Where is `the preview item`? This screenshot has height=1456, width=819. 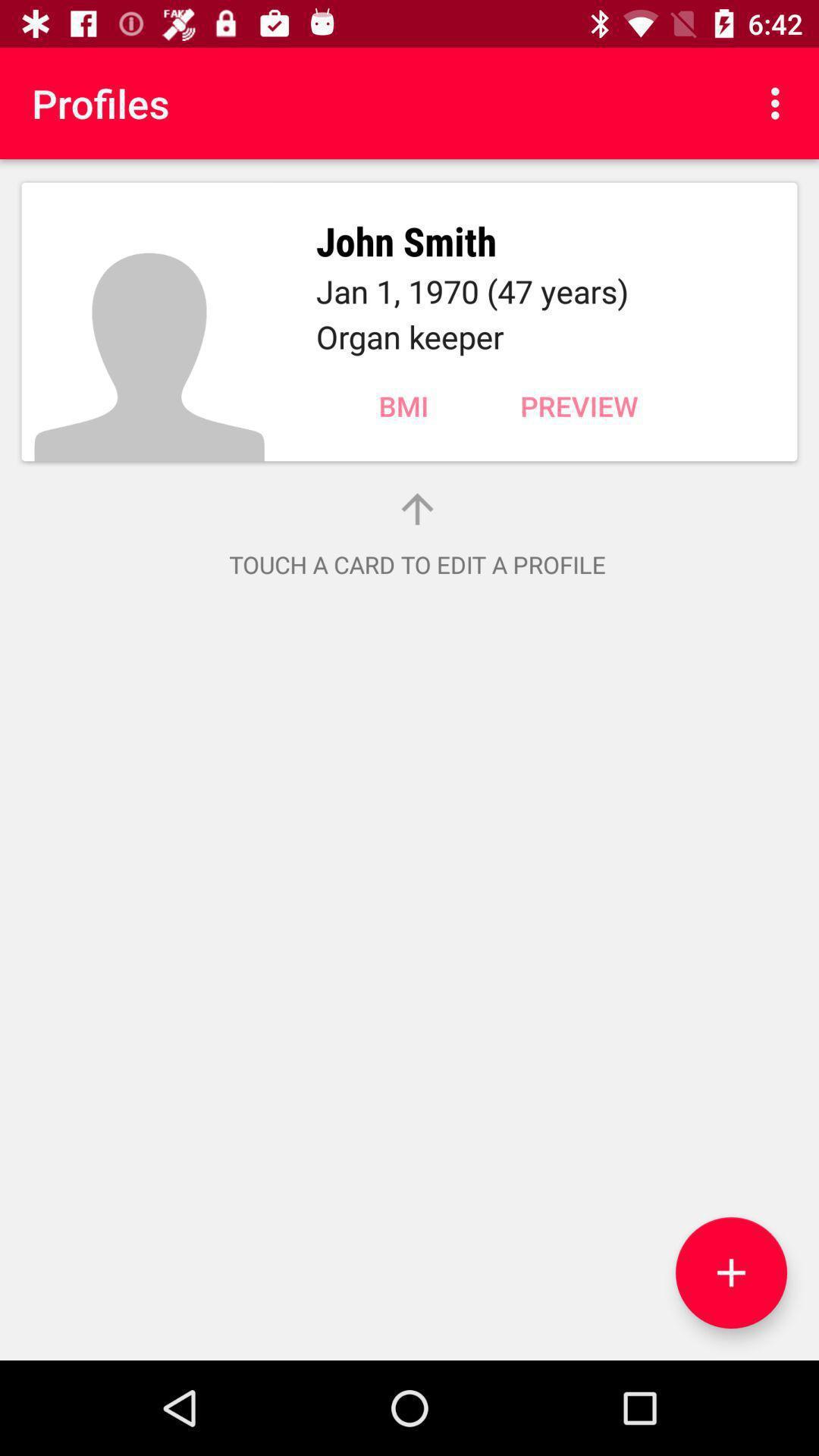 the preview item is located at coordinates (579, 406).